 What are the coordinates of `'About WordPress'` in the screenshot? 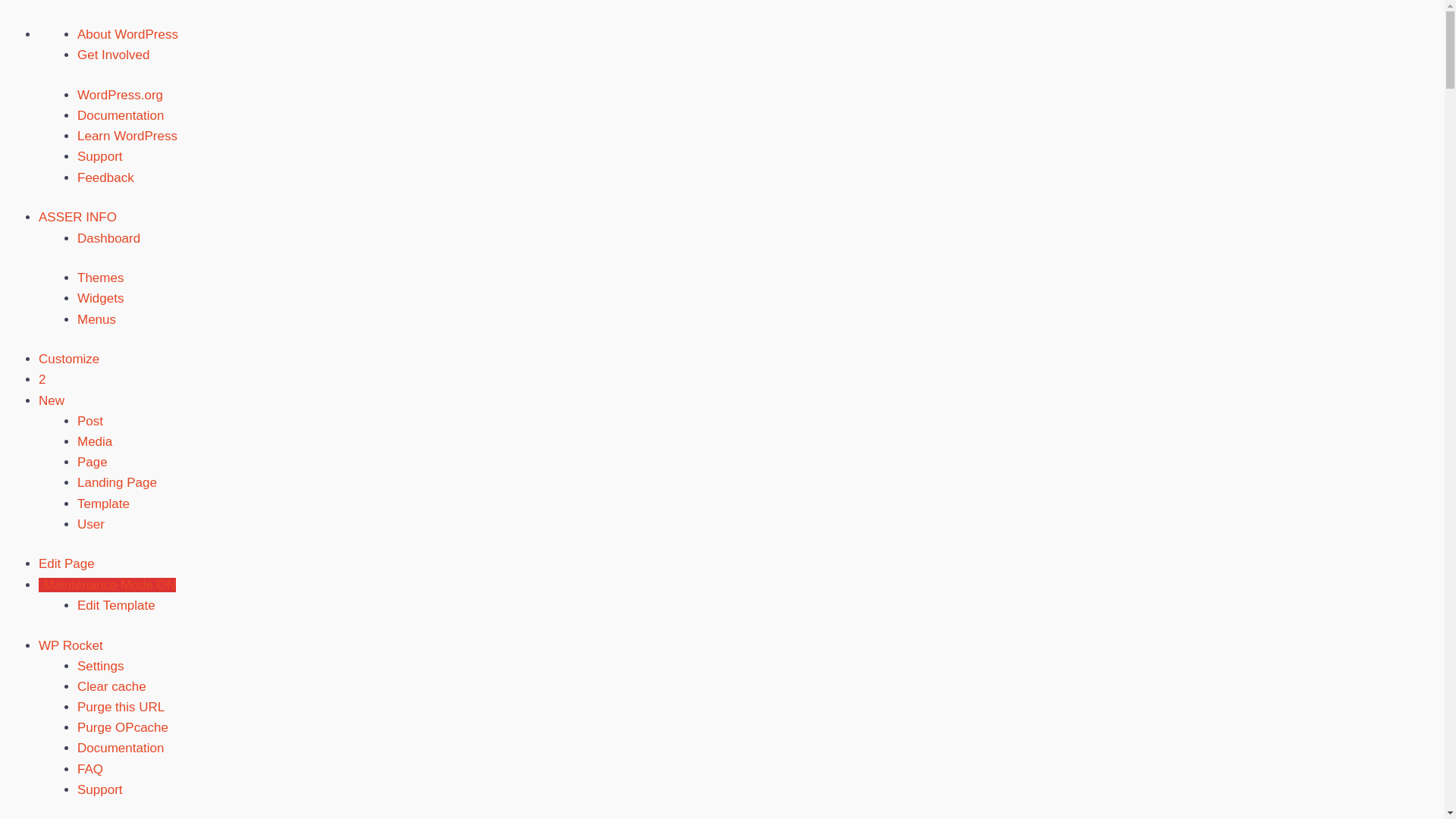 It's located at (127, 34).